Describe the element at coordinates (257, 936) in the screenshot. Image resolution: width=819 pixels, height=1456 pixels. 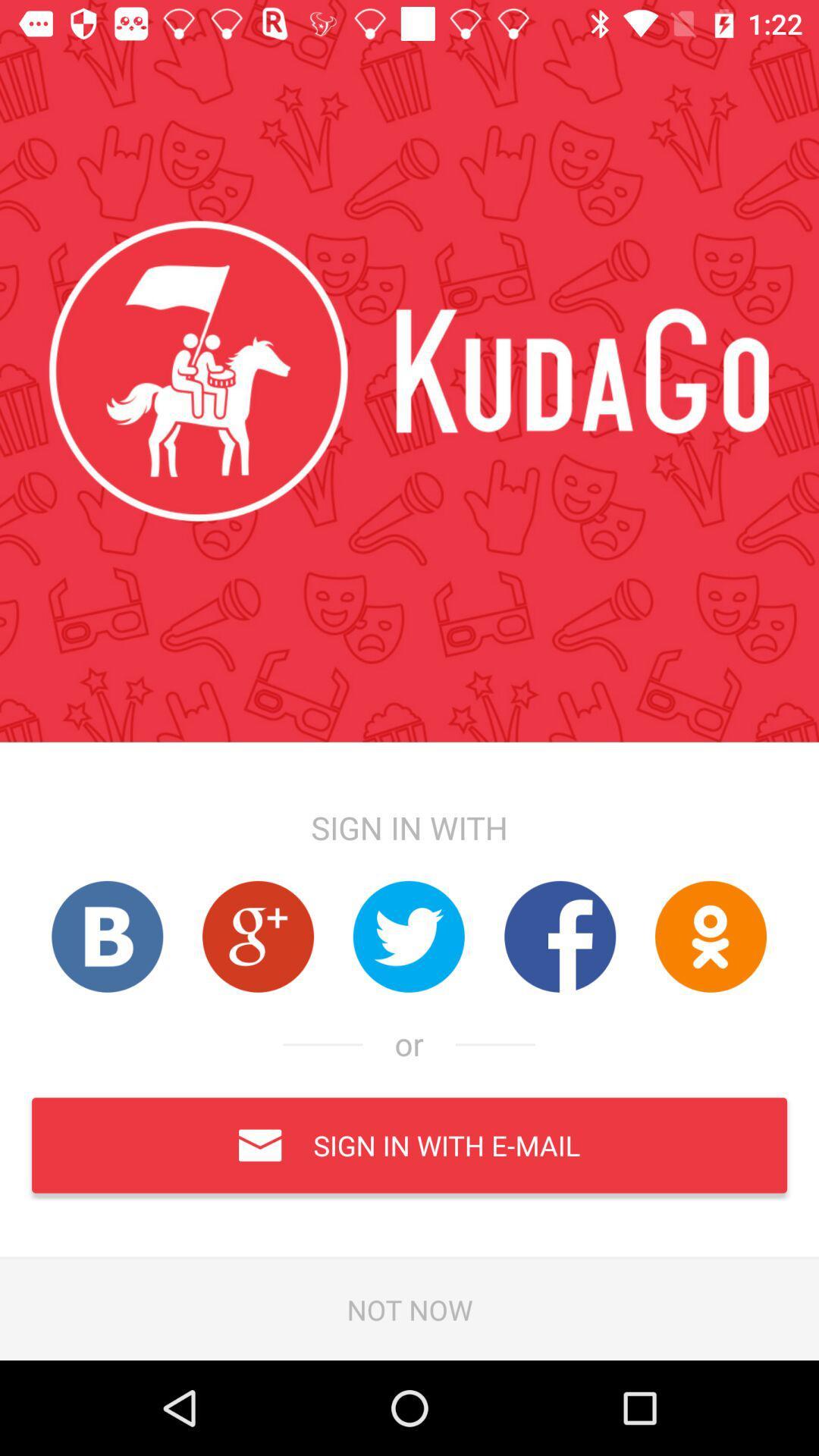
I see `google plus` at that location.